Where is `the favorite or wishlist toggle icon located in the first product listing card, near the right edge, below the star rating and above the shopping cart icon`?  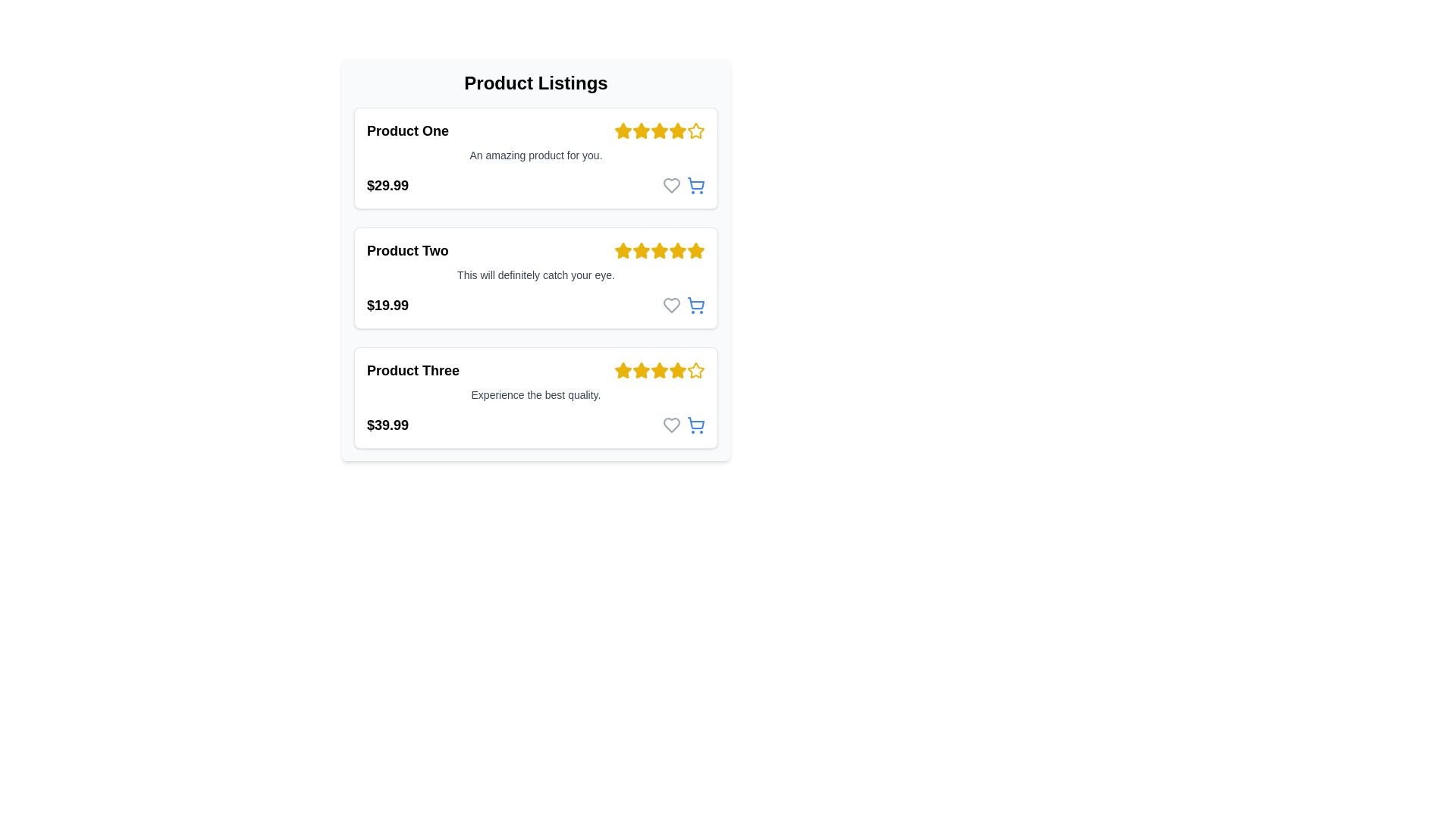 the favorite or wishlist toggle icon located in the first product listing card, near the right edge, below the star rating and above the shopping cart icon is located at coordinates (671, 185).